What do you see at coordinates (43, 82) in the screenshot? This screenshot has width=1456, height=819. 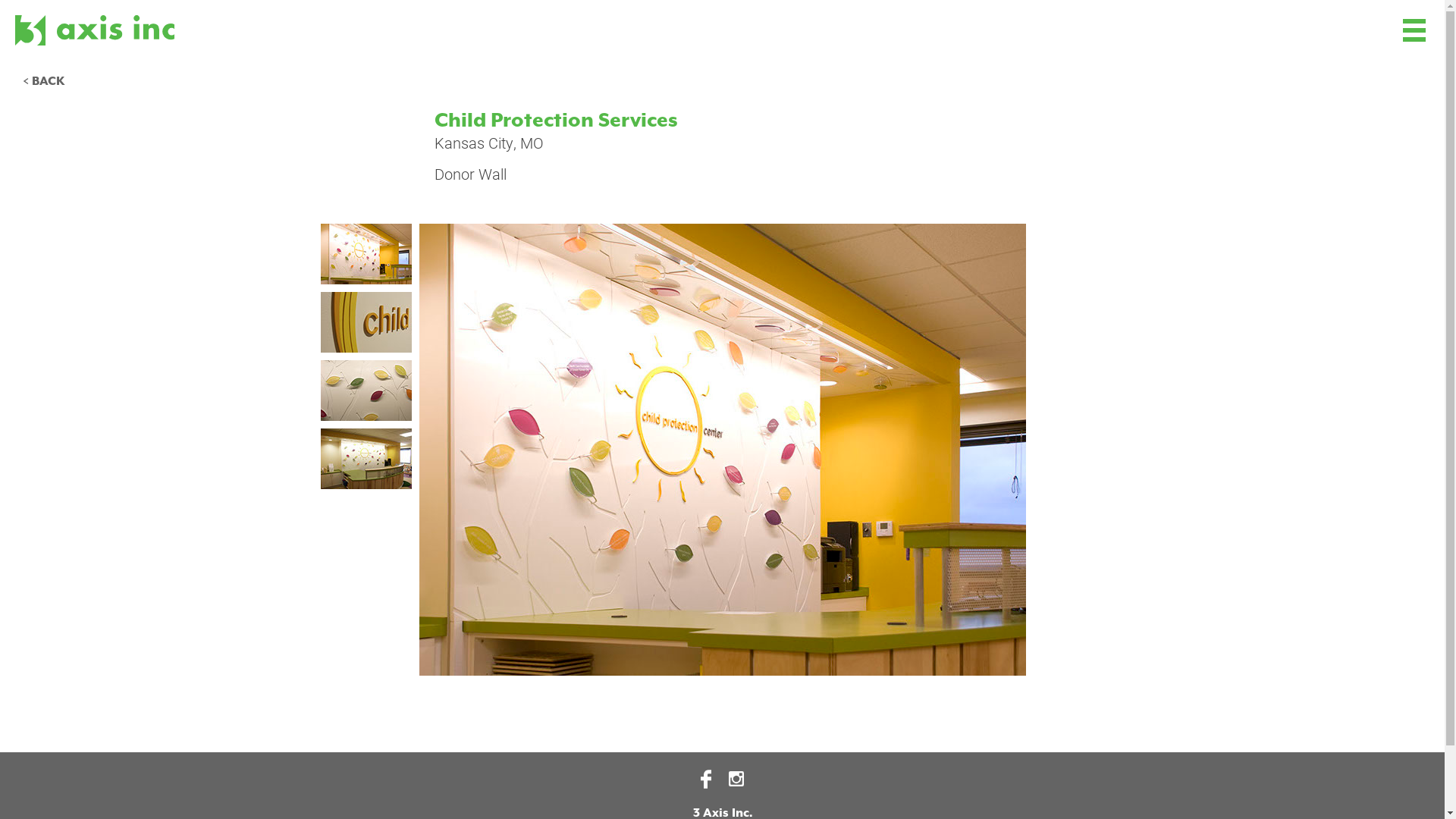 I see `'< BACK'` at bounding box center [43, 82].